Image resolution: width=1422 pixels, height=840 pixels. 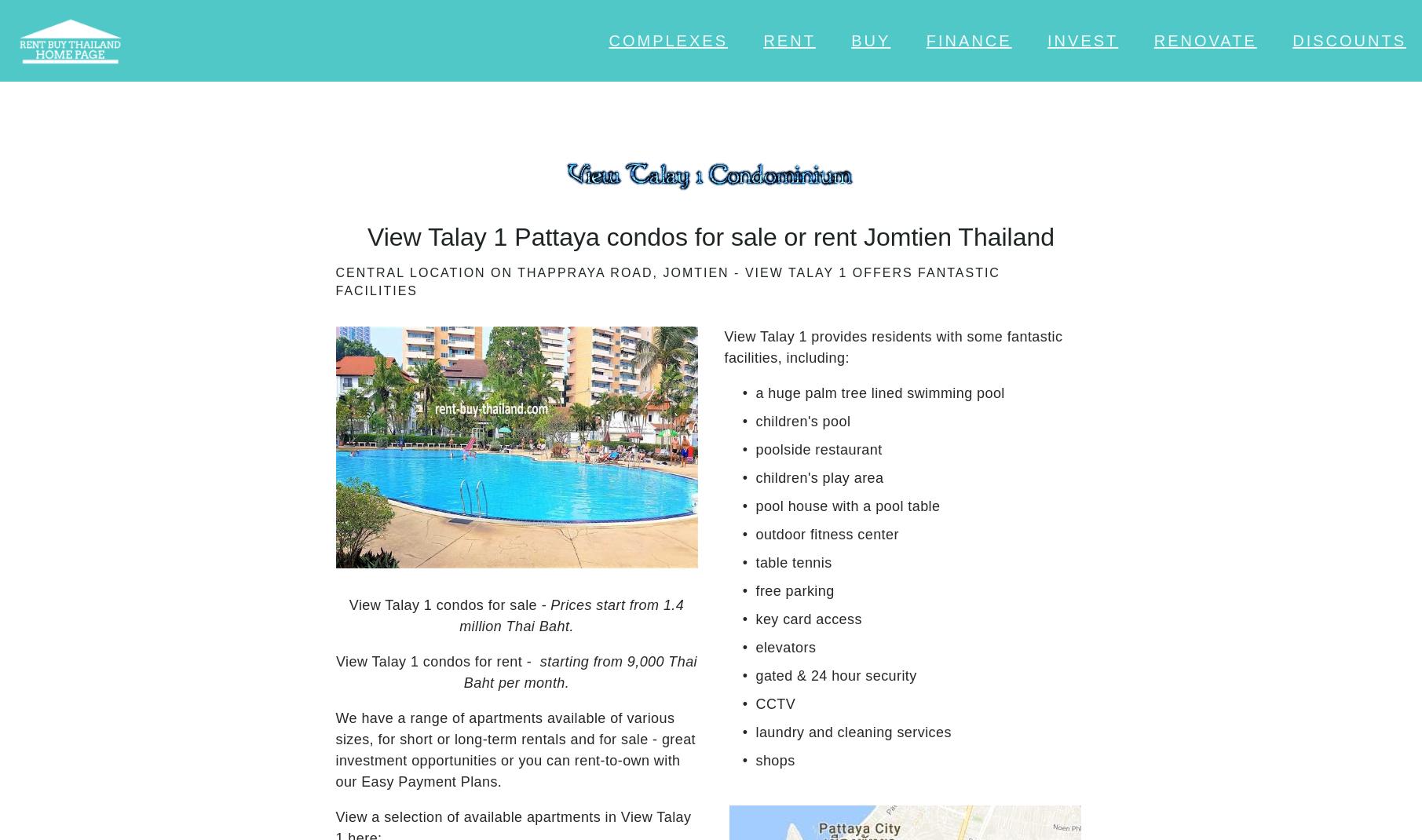 I want to click on 'View Talay 1', so click(x=386, y=534).